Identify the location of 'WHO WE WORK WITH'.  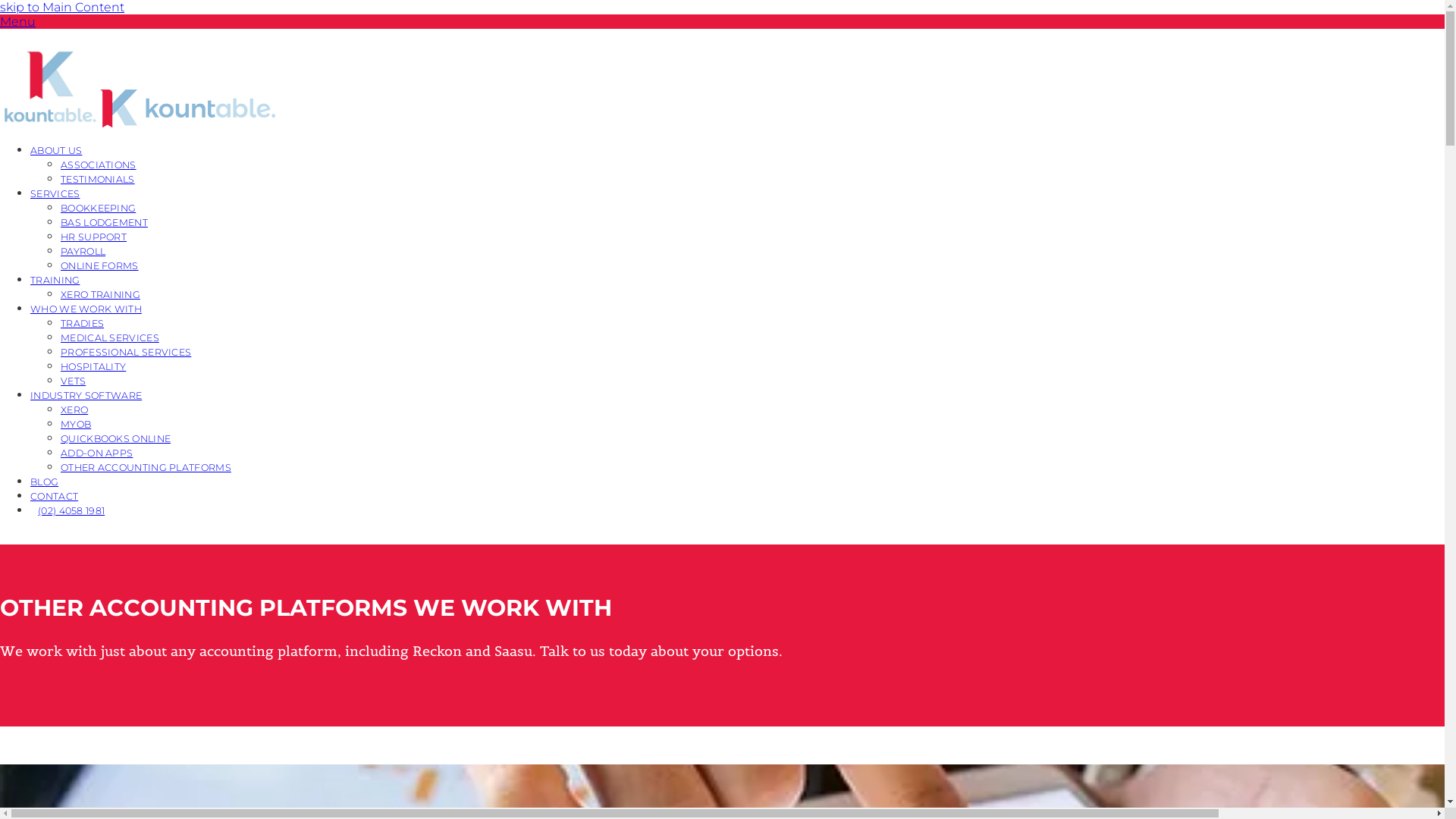
(85, 307).